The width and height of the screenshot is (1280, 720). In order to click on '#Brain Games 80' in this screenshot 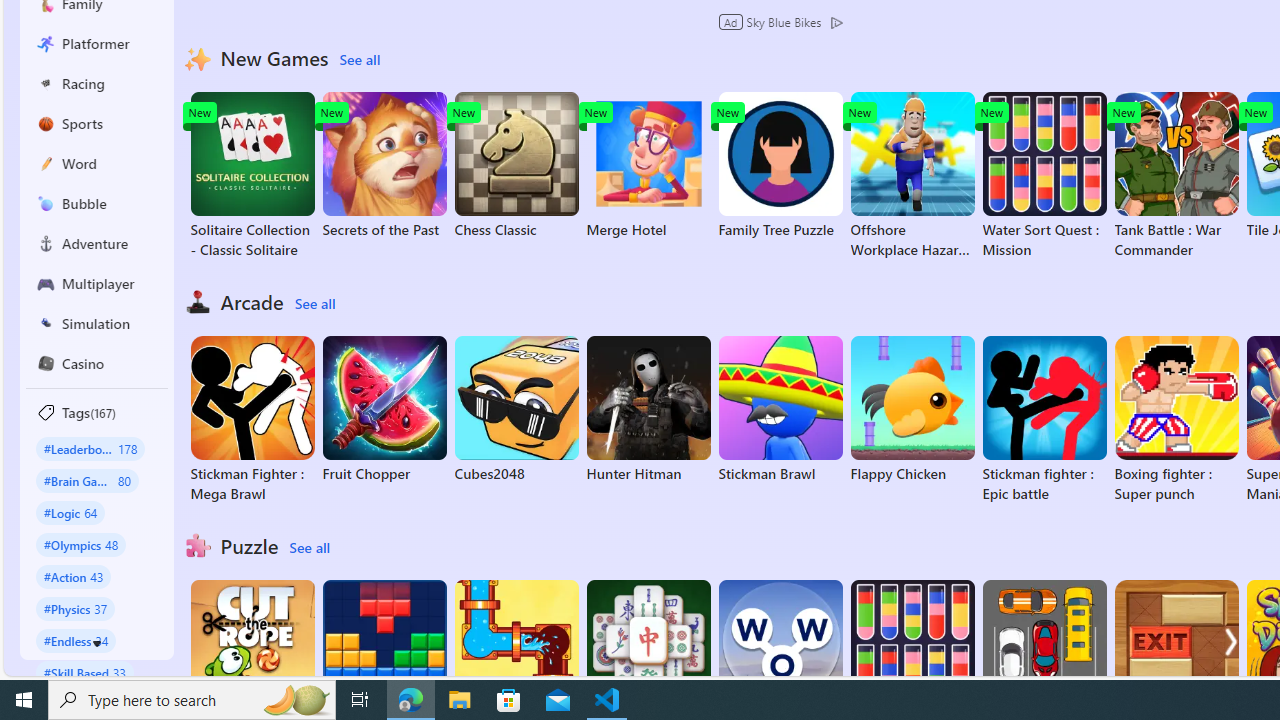, I will do `click(86, 480)`.